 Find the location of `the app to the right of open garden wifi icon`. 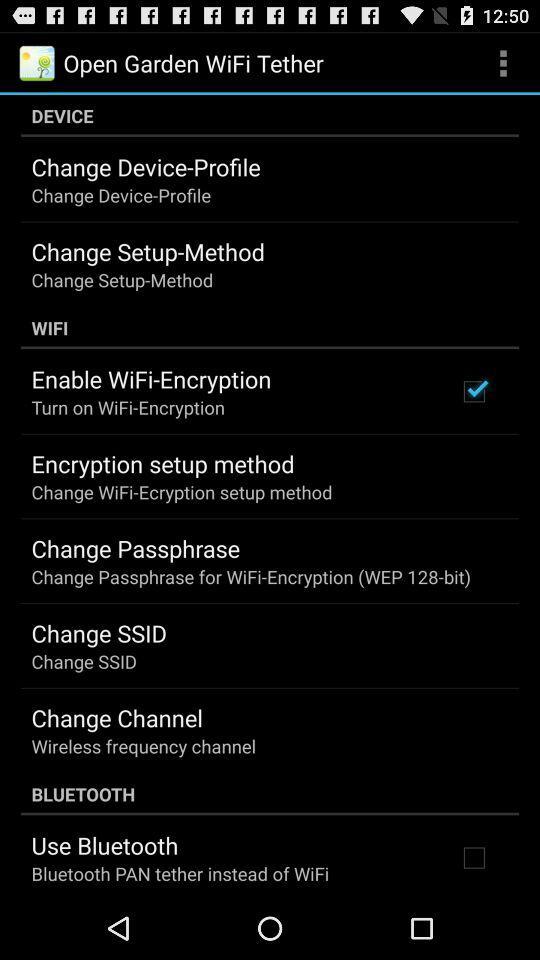

the app to the right of open garden wifi icon is located at coordinates (502, 62).